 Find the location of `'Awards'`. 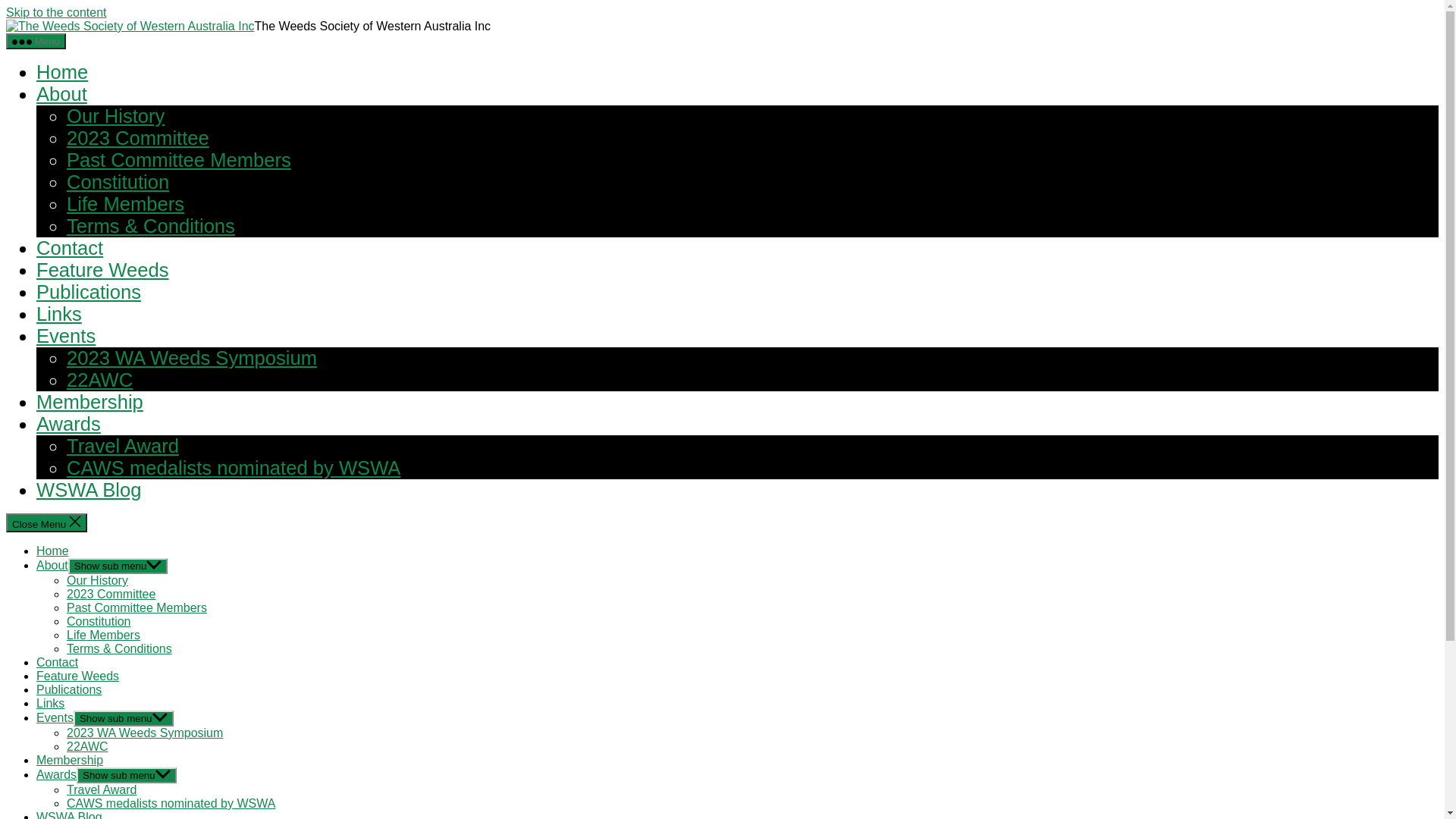

'Awards' is located at coordinates (56, 774).